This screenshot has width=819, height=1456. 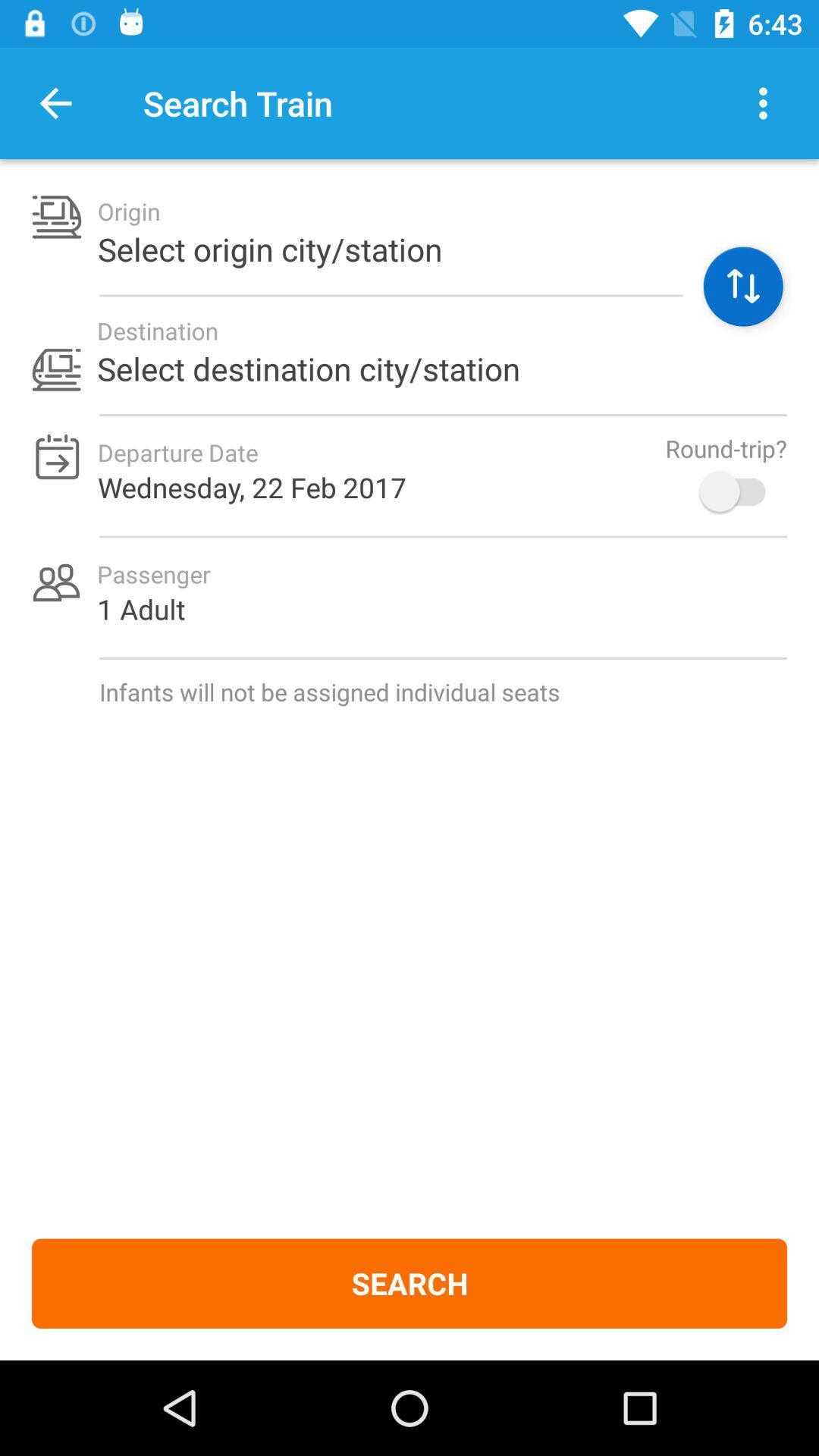 What do you see at coordinates (739, 491) in the screenshot?
I see `round trip option` at bounding box center [739, 491].